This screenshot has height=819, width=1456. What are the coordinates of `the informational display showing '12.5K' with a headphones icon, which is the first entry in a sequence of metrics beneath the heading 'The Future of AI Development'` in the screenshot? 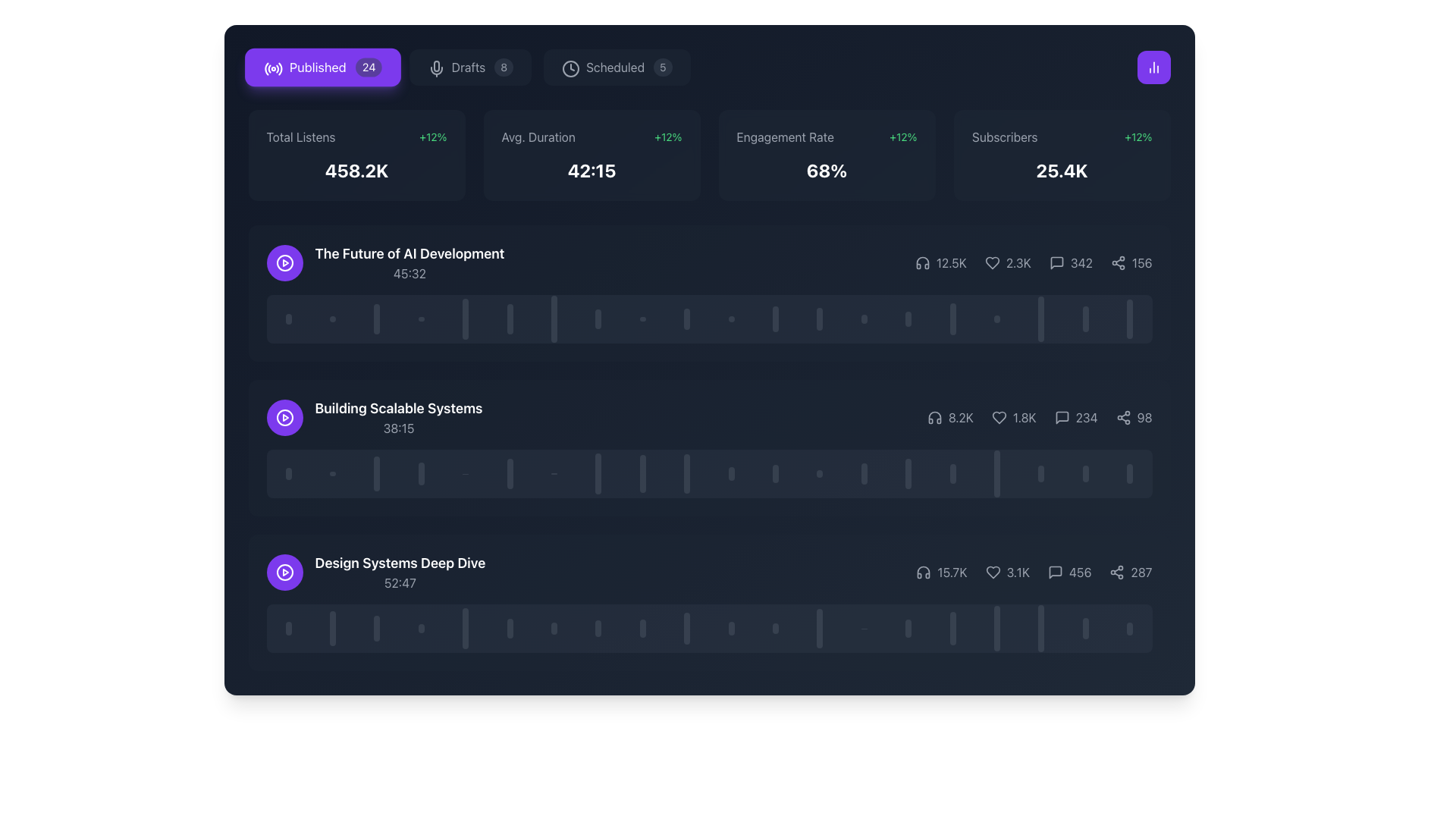 It's located at (940, 262).